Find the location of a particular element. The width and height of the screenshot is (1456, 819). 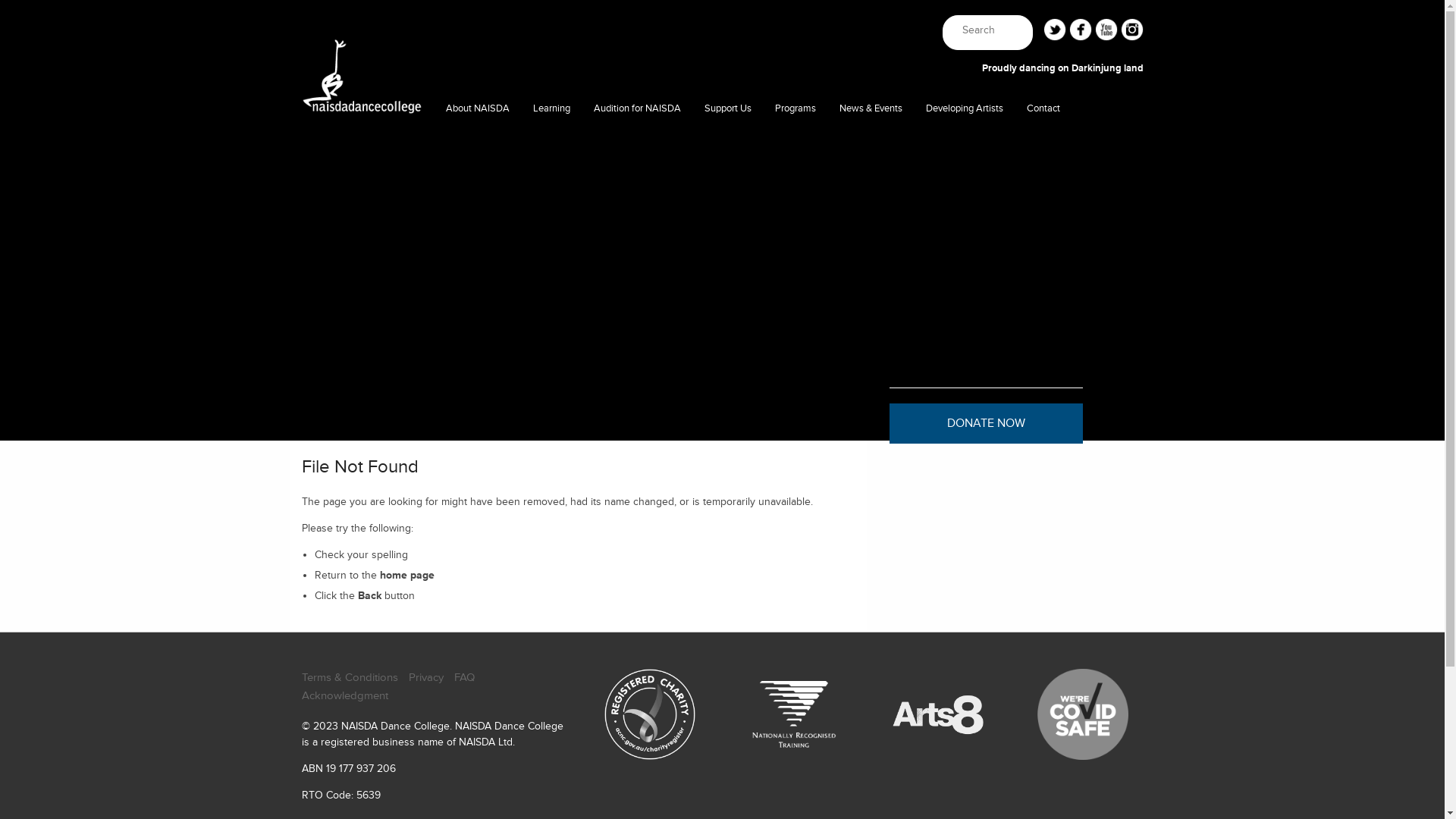

'Who We Are' is located at coordinates (476, 140).